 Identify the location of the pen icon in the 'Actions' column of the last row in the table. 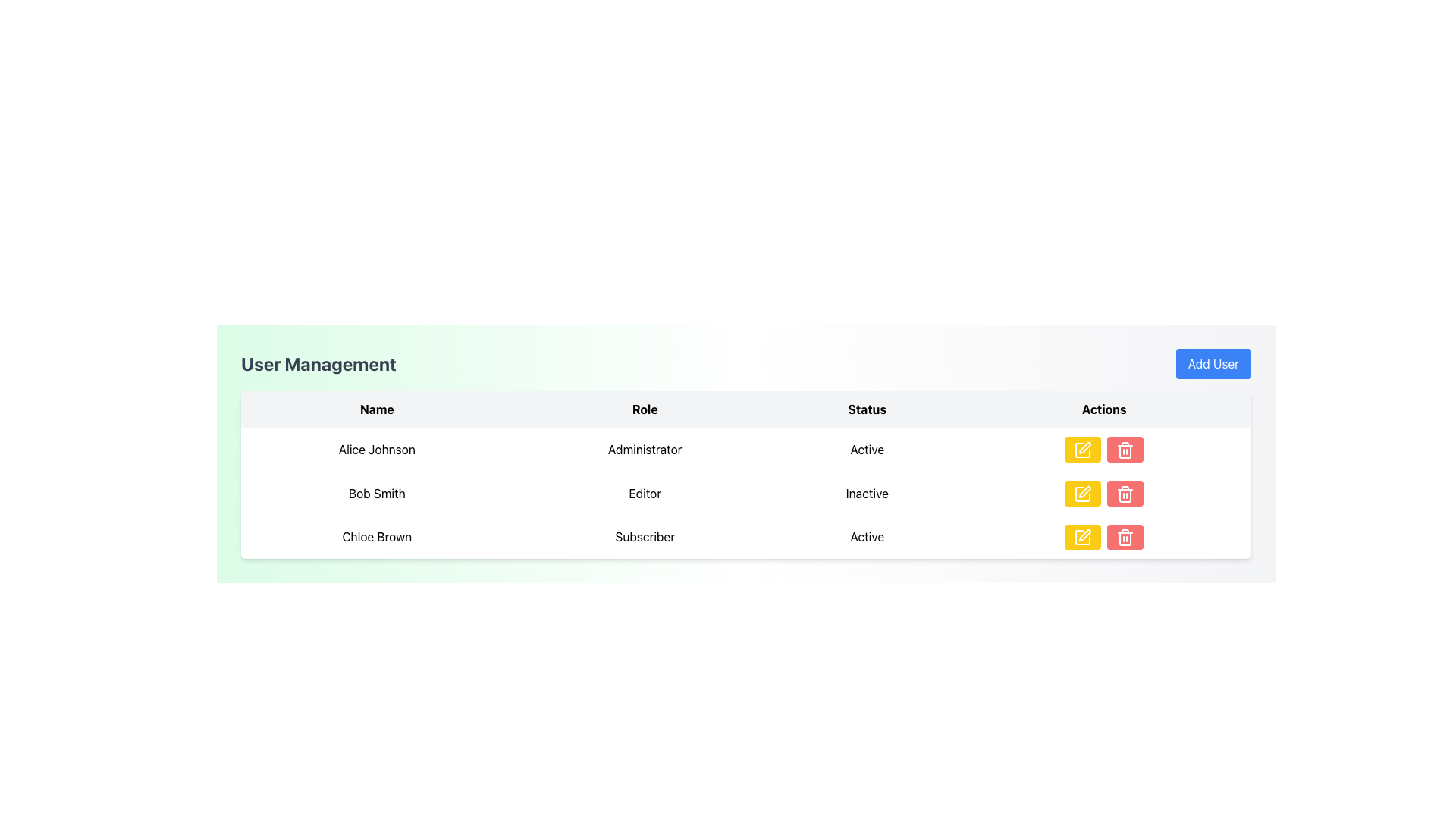
(1084, 535).